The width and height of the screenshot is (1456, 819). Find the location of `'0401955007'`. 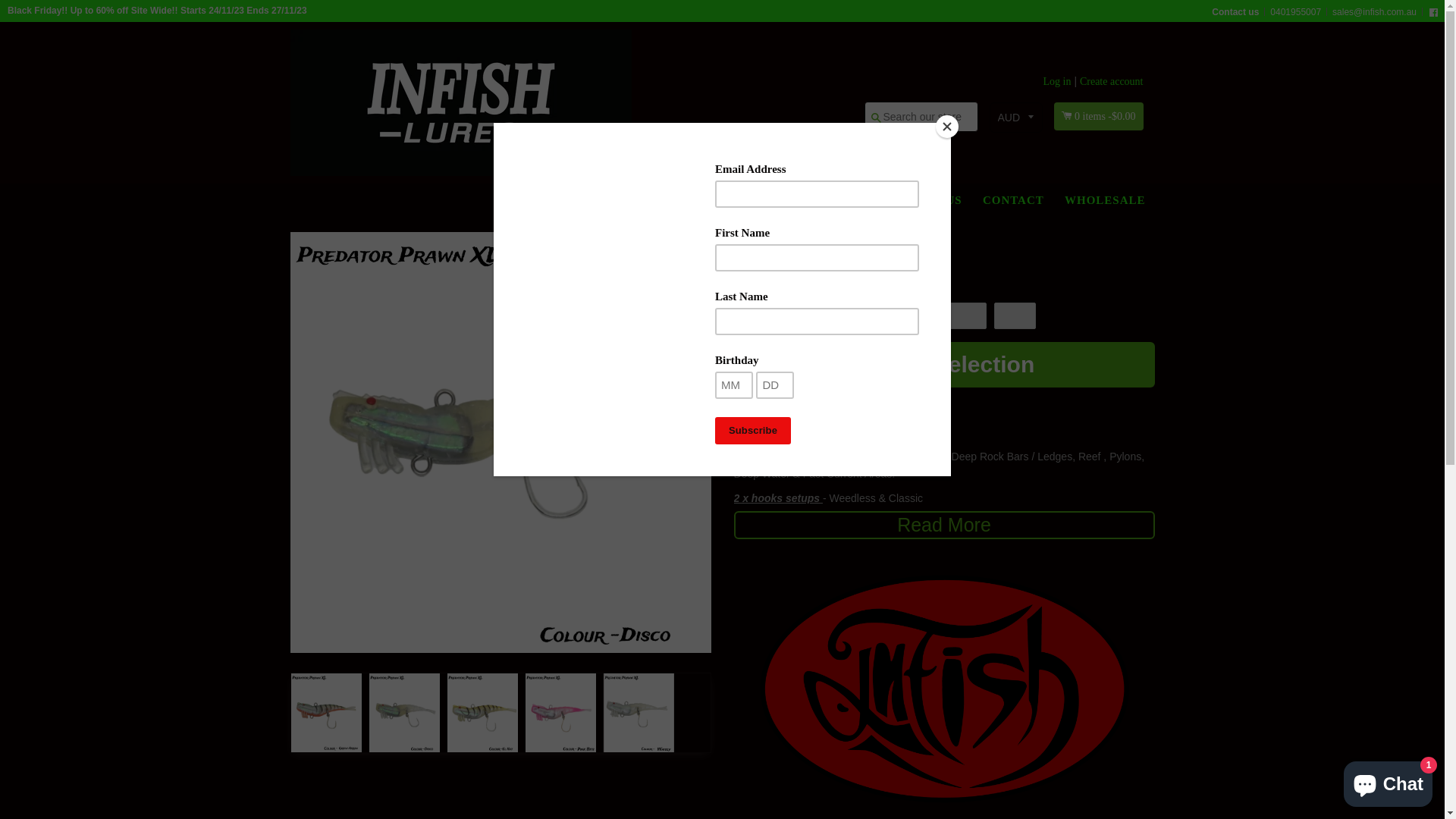

'0401955007' is located at coordinates (1265, 11).